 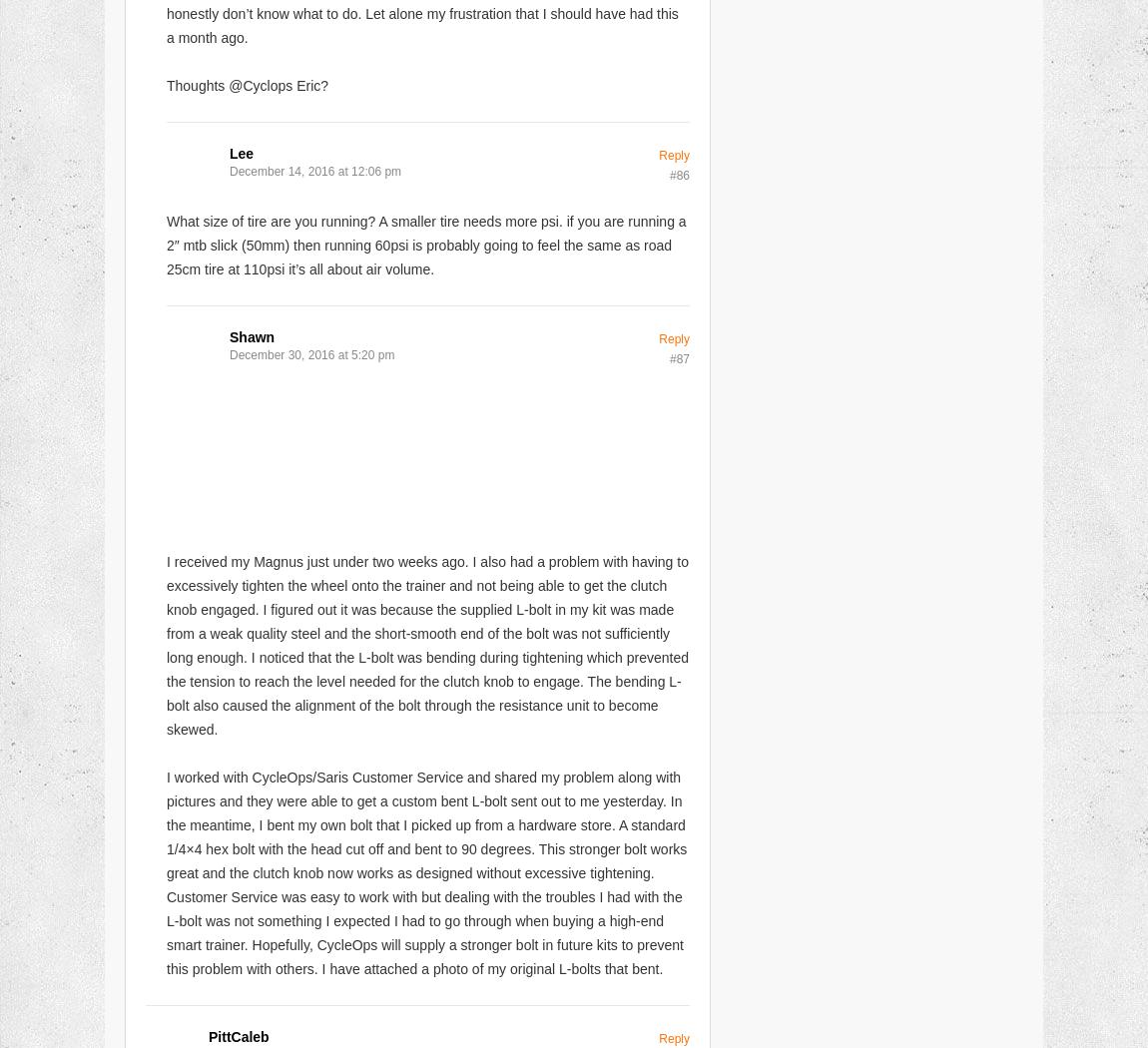 What do you see at coordinates (240, 152) in the screenshot?
I see `'Lee'` at bounding box center [240, 152].